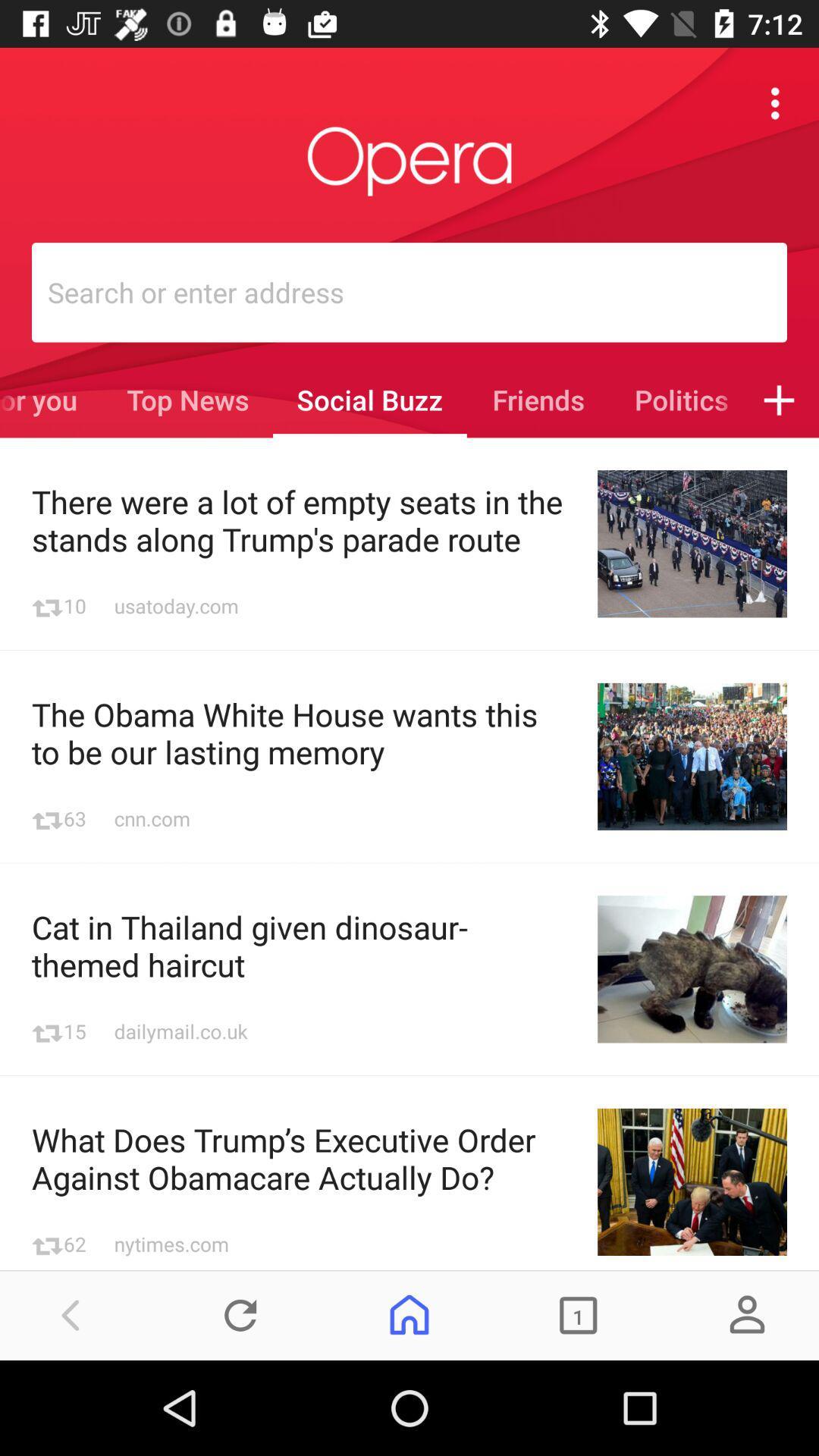 The image size is (819, 1456). What do you see at coordinates (779, 400) in the screenshot?
I see `the add icon` at bounding box center [779, 400].